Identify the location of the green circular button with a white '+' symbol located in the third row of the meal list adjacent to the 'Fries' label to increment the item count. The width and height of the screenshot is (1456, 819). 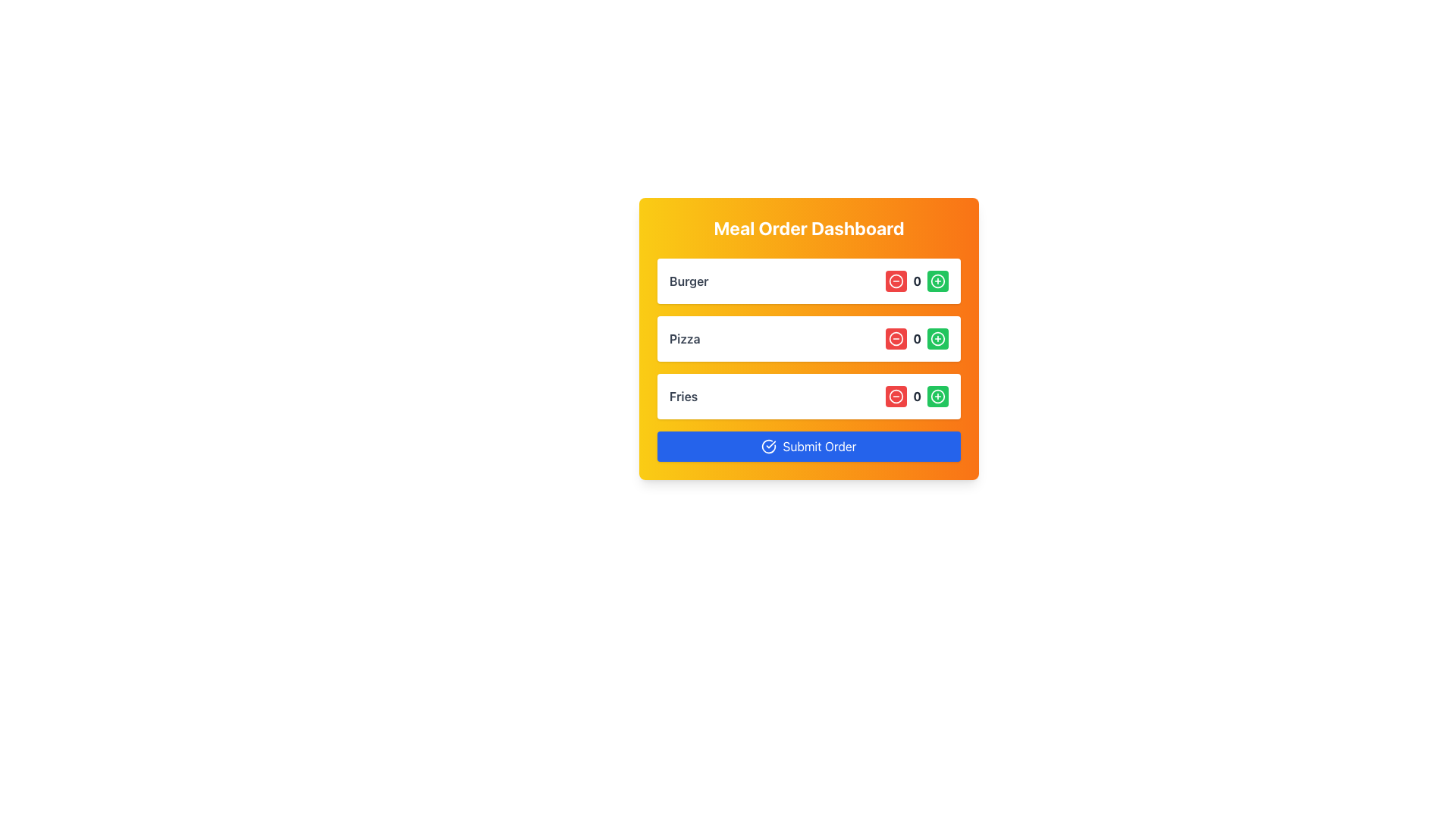
(937, 396).